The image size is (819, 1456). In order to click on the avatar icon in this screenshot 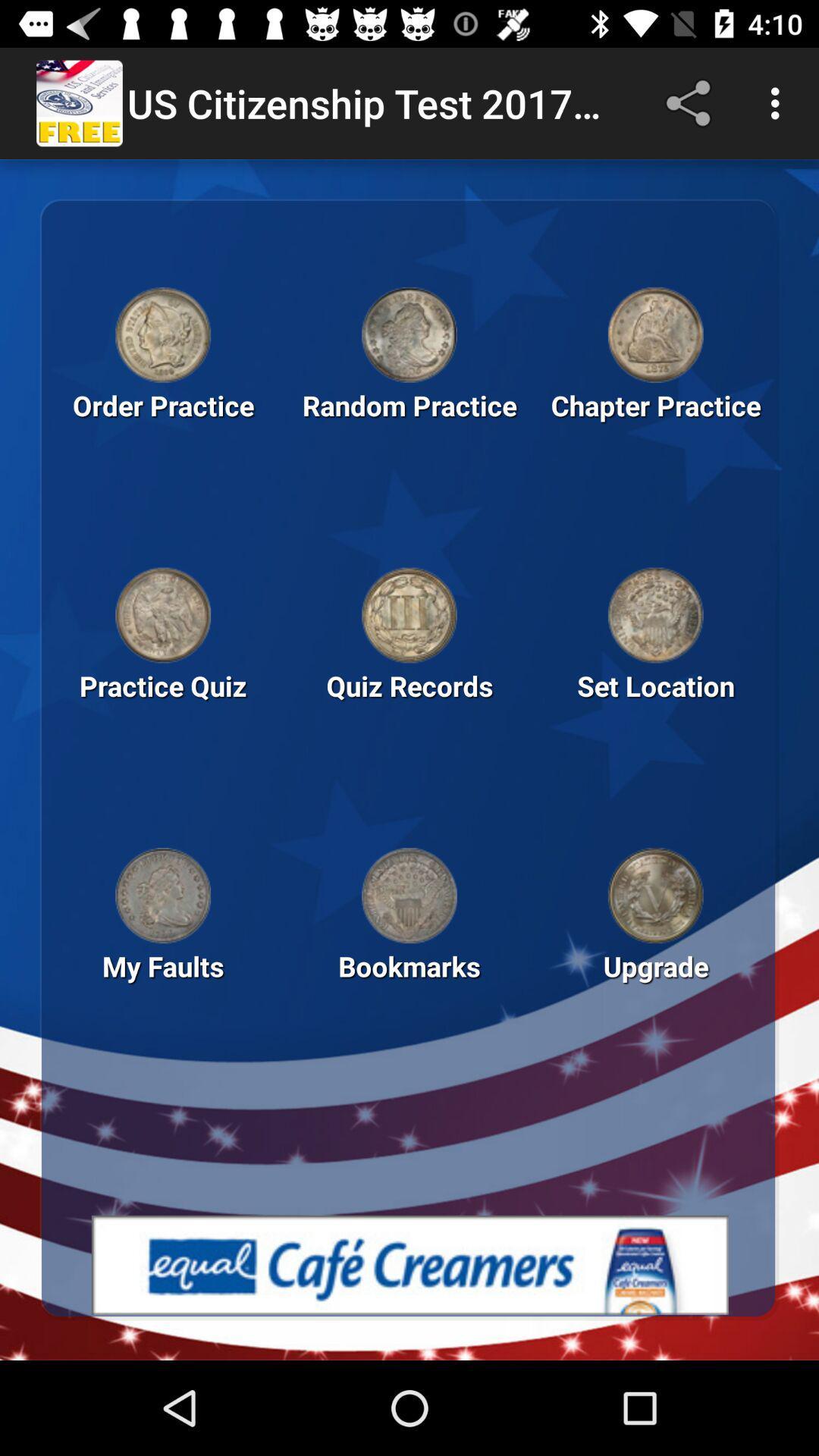, I will do `click(654, 615)`.